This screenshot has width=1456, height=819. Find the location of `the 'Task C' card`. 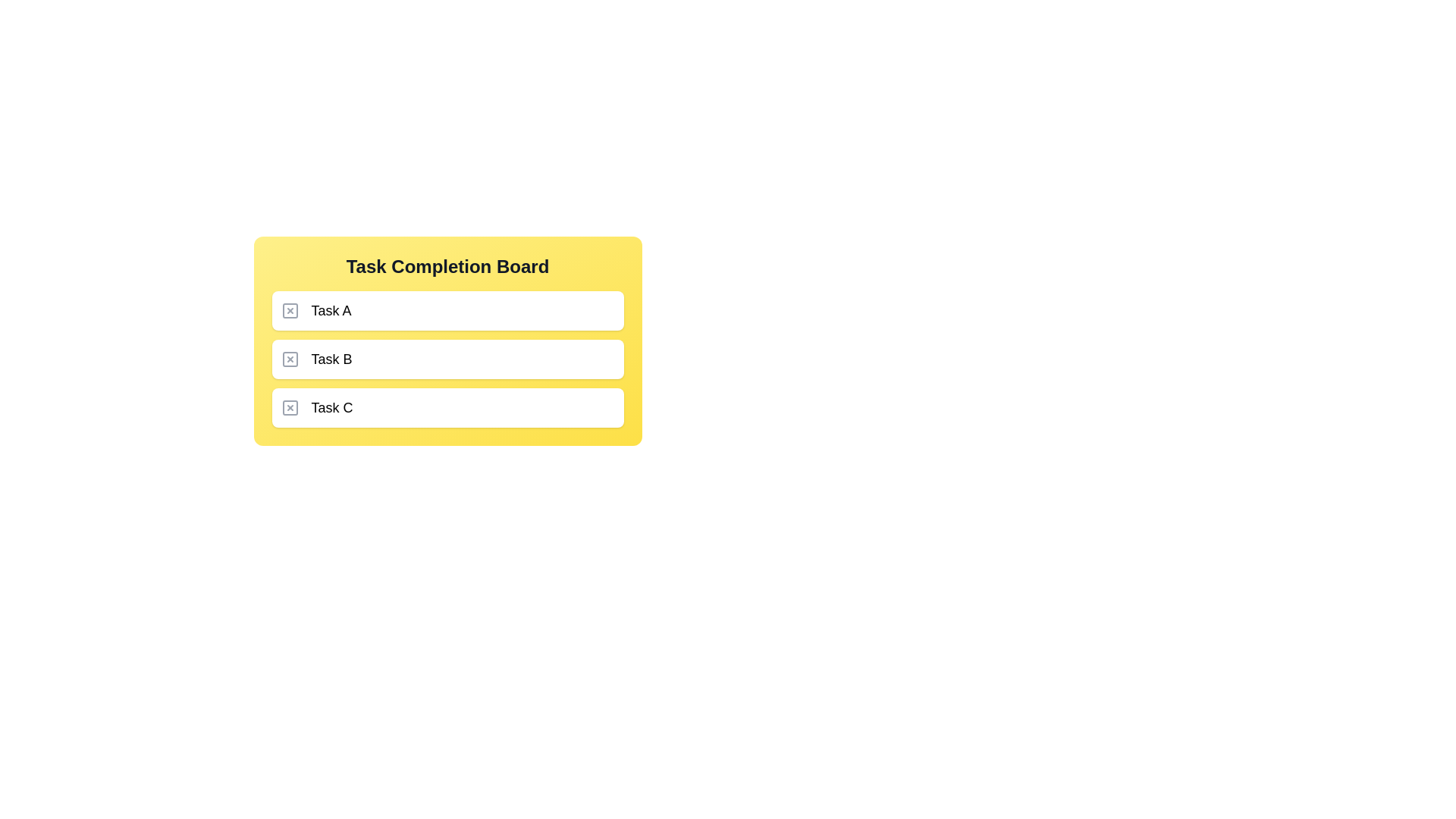

the 'Task C' card is located at coordinates (447, 406).